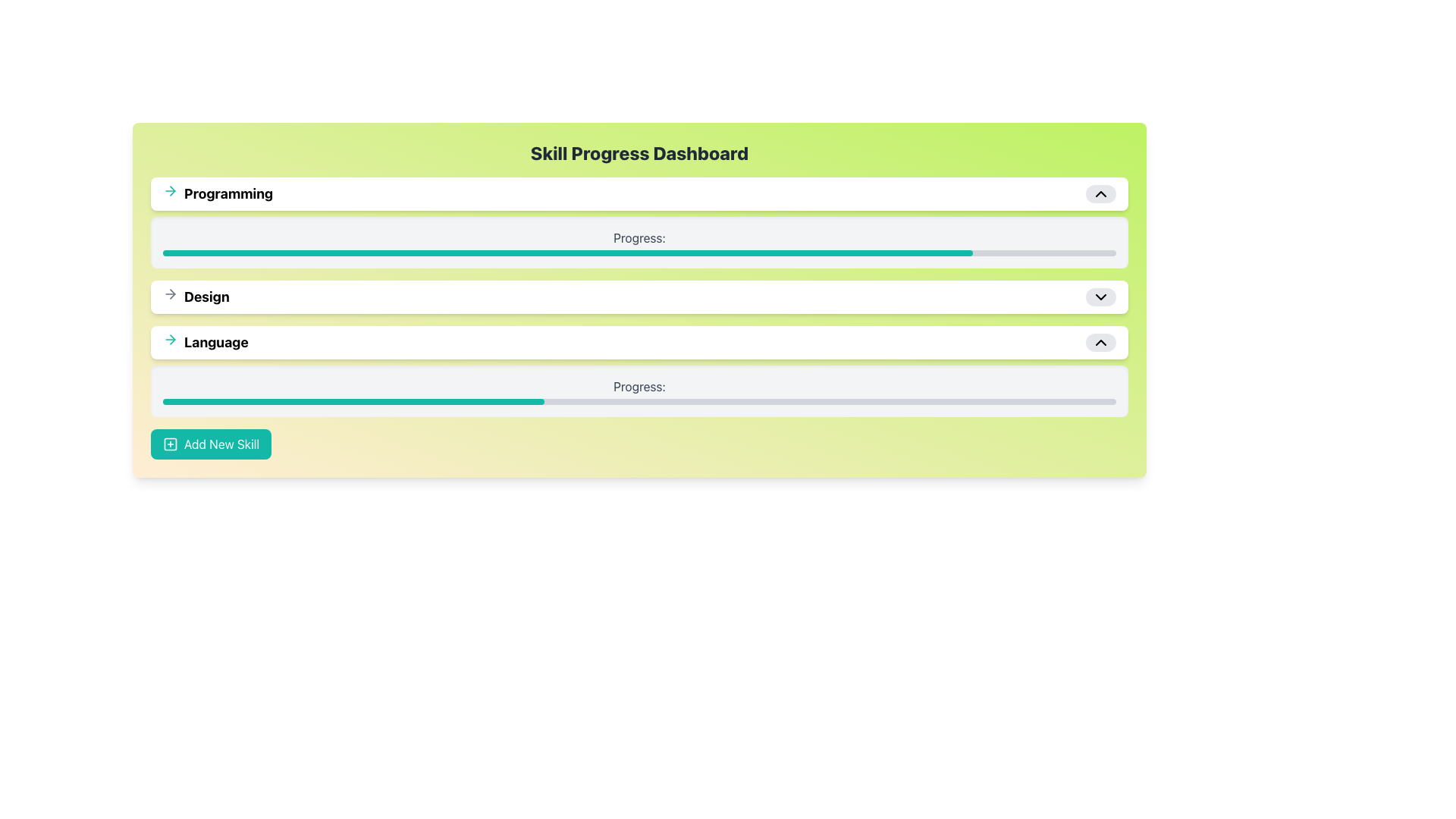 The image size is (1456, 819). I want to click on the 'Add New Skill' button located at the bottom left corner of the 'Skill Progress Dashboard' section, so click(210, 444).